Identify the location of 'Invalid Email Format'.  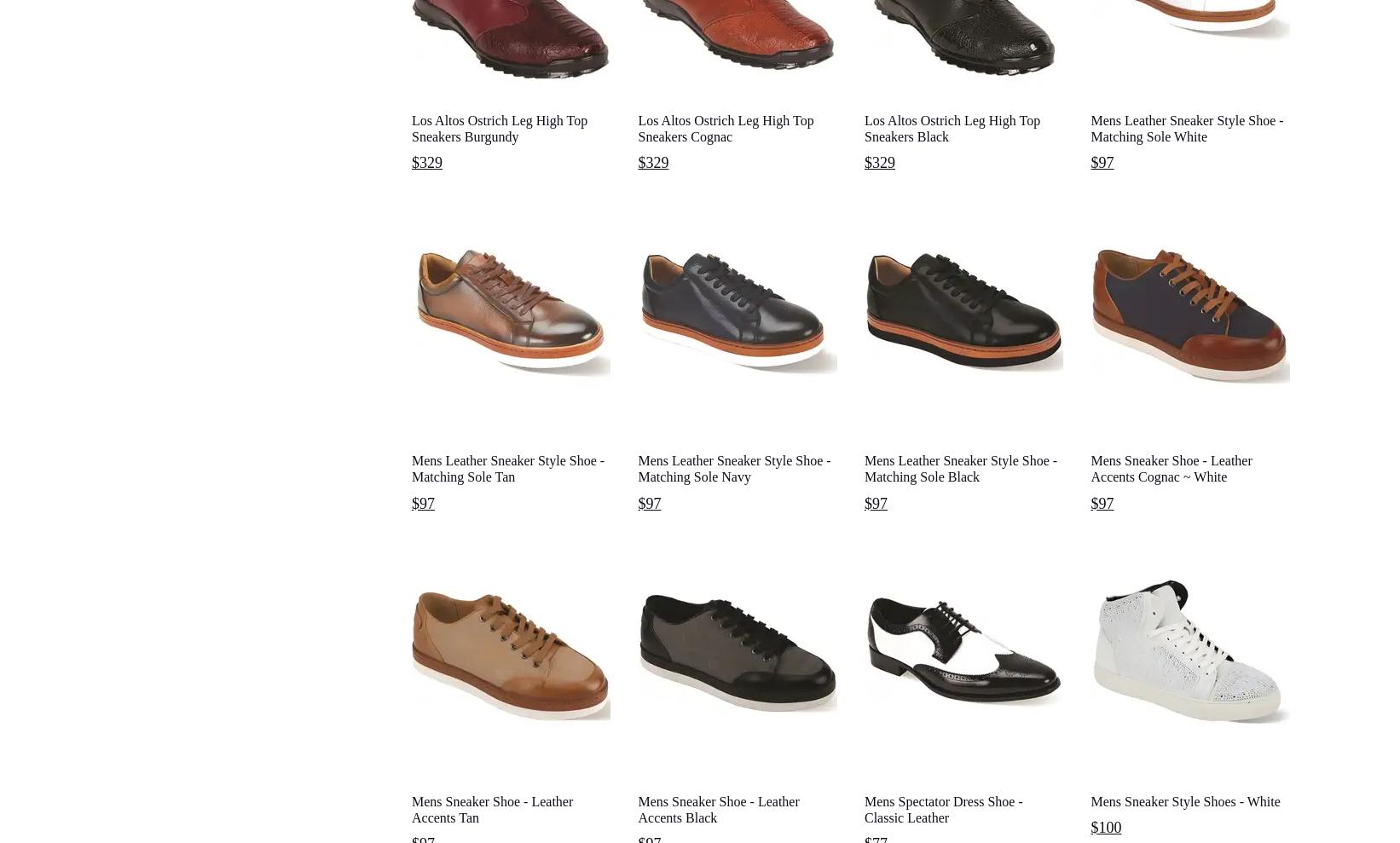
(774, 557).